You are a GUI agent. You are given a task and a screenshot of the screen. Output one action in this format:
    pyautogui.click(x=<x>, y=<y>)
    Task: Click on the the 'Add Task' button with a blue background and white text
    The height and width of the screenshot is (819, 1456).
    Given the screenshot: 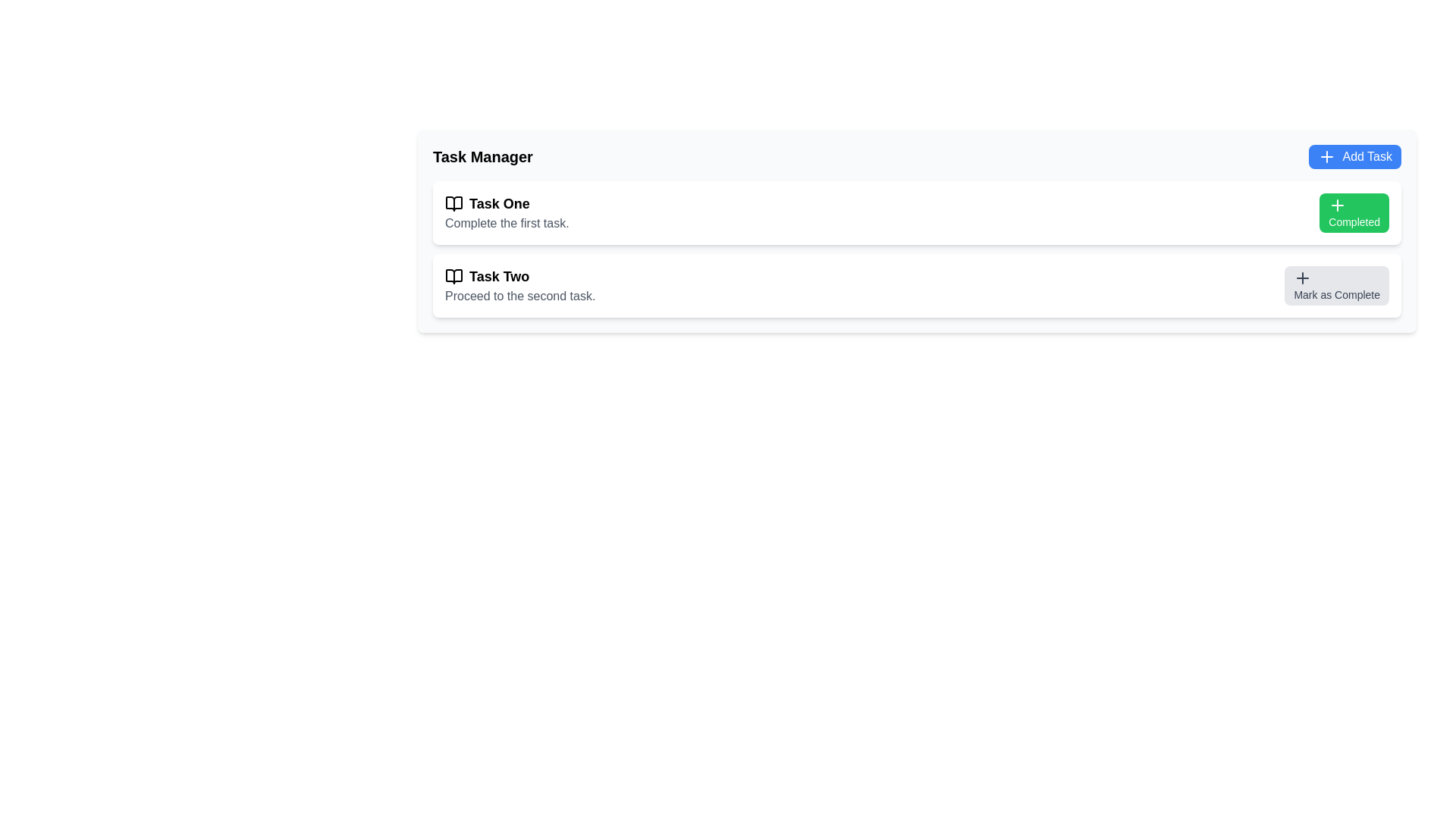 What is the action you would take?
    pyautogui.click(x=1355, y=157)
    